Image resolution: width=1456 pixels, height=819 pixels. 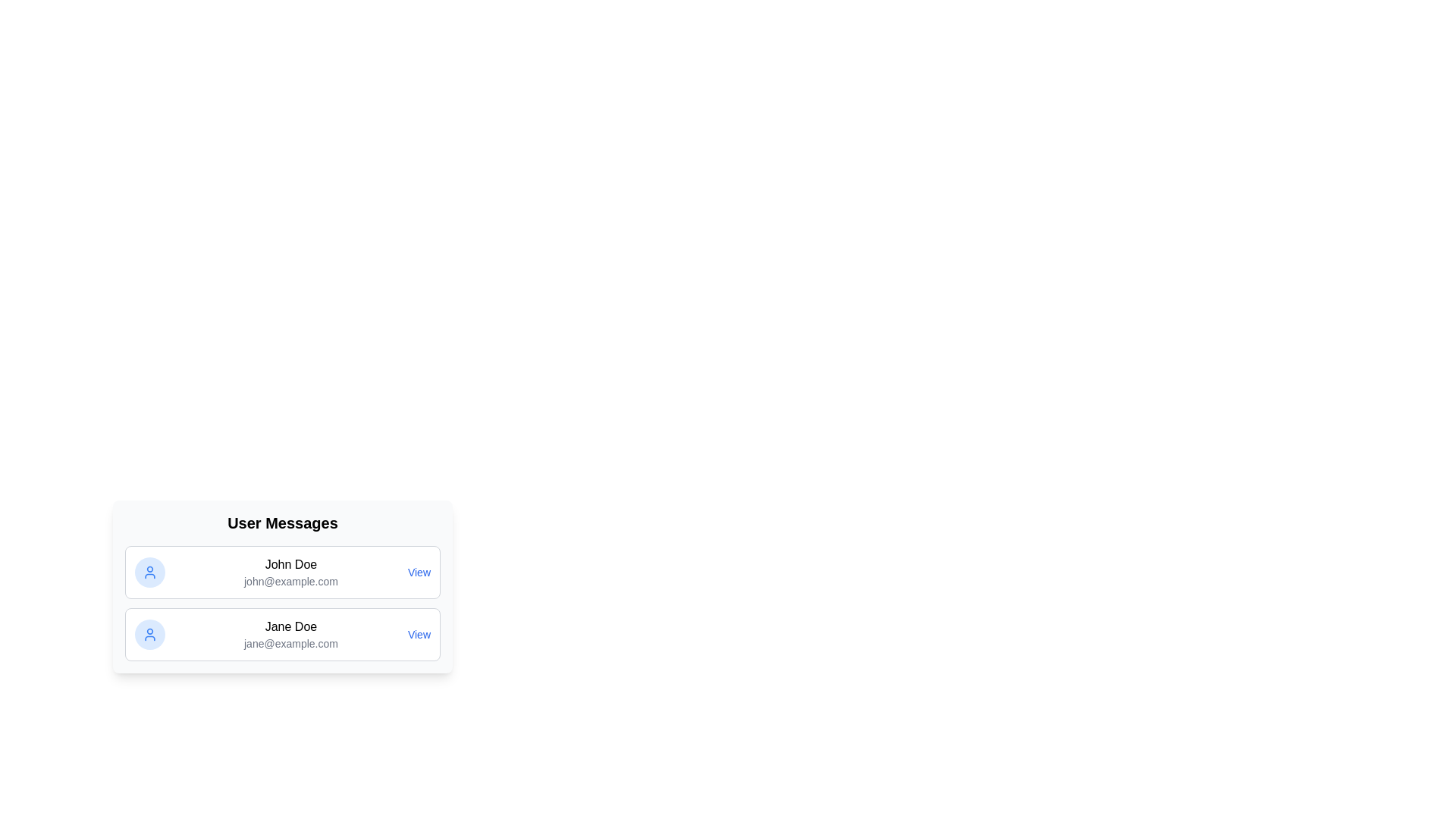 I want to click on the 'View' link next to the user Jane Doe, so click(x=419, y=635).